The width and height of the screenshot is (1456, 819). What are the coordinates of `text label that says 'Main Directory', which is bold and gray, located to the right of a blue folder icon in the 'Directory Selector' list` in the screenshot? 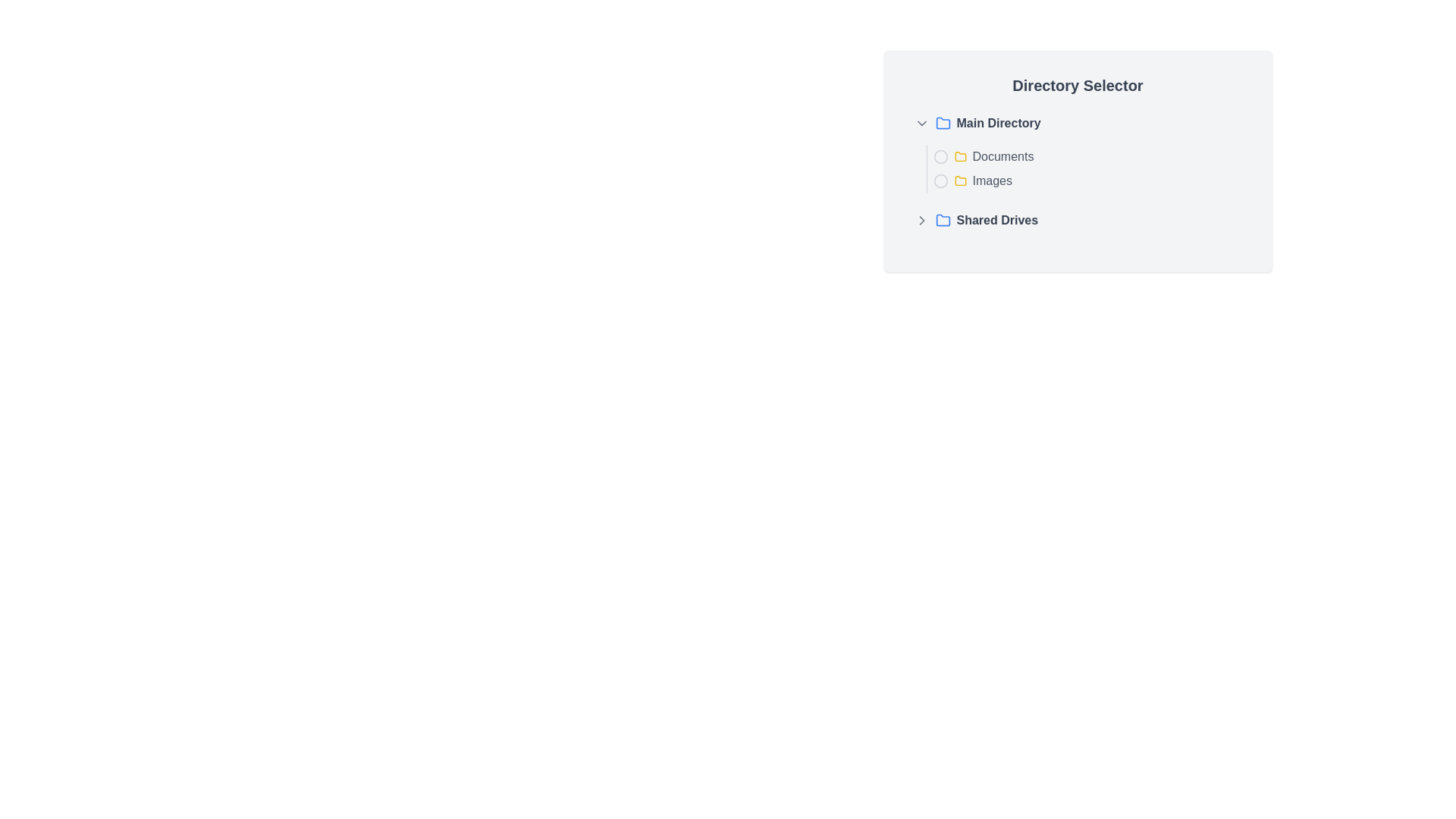 It's located at (999, 122).